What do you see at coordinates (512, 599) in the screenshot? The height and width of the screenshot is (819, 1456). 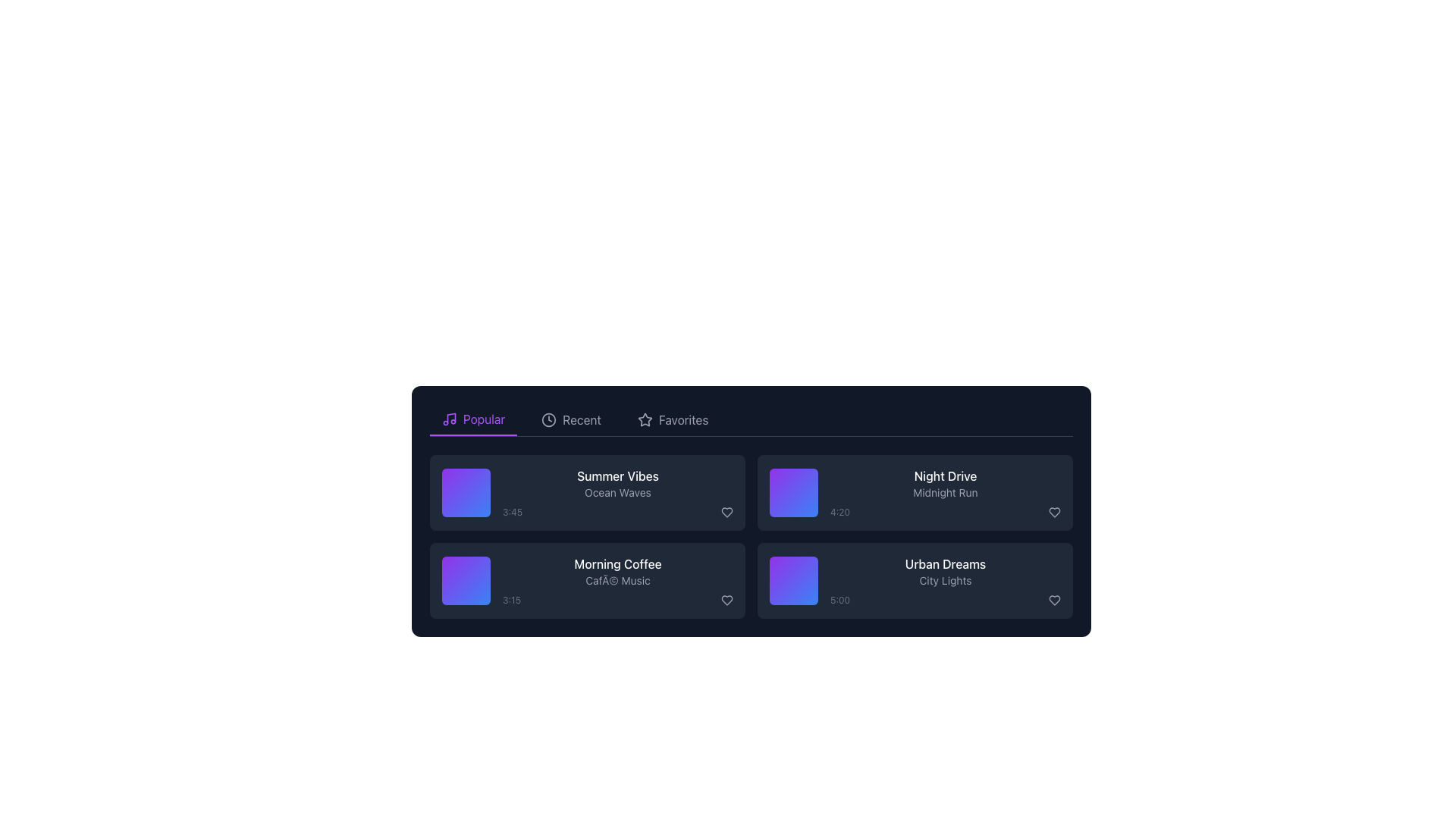 I see `the static text displaying the duration of the 'Morning Coffee' media item located in the lower right section of its card` at bounding box center [512, 599].